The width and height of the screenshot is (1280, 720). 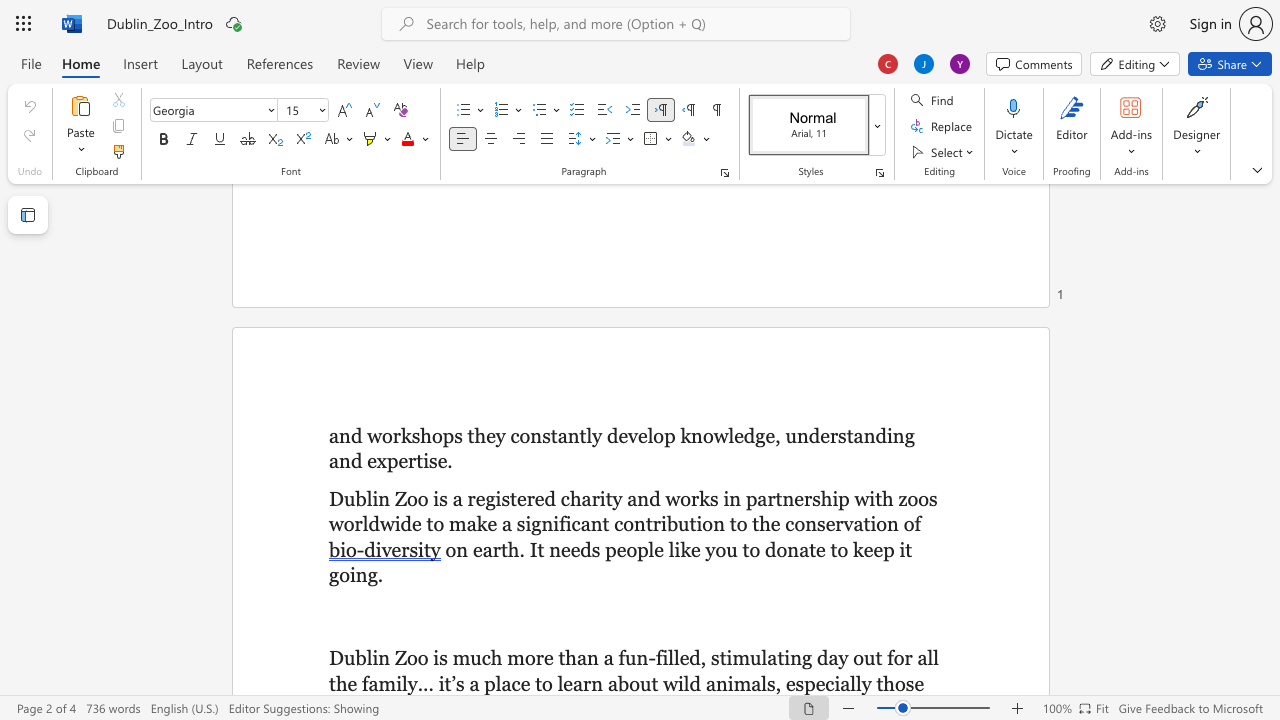 What do you see at coordinates (620, 658) in the screenshot?
I see `the 1th character "f" in the text` at bounding box center [620, 658].